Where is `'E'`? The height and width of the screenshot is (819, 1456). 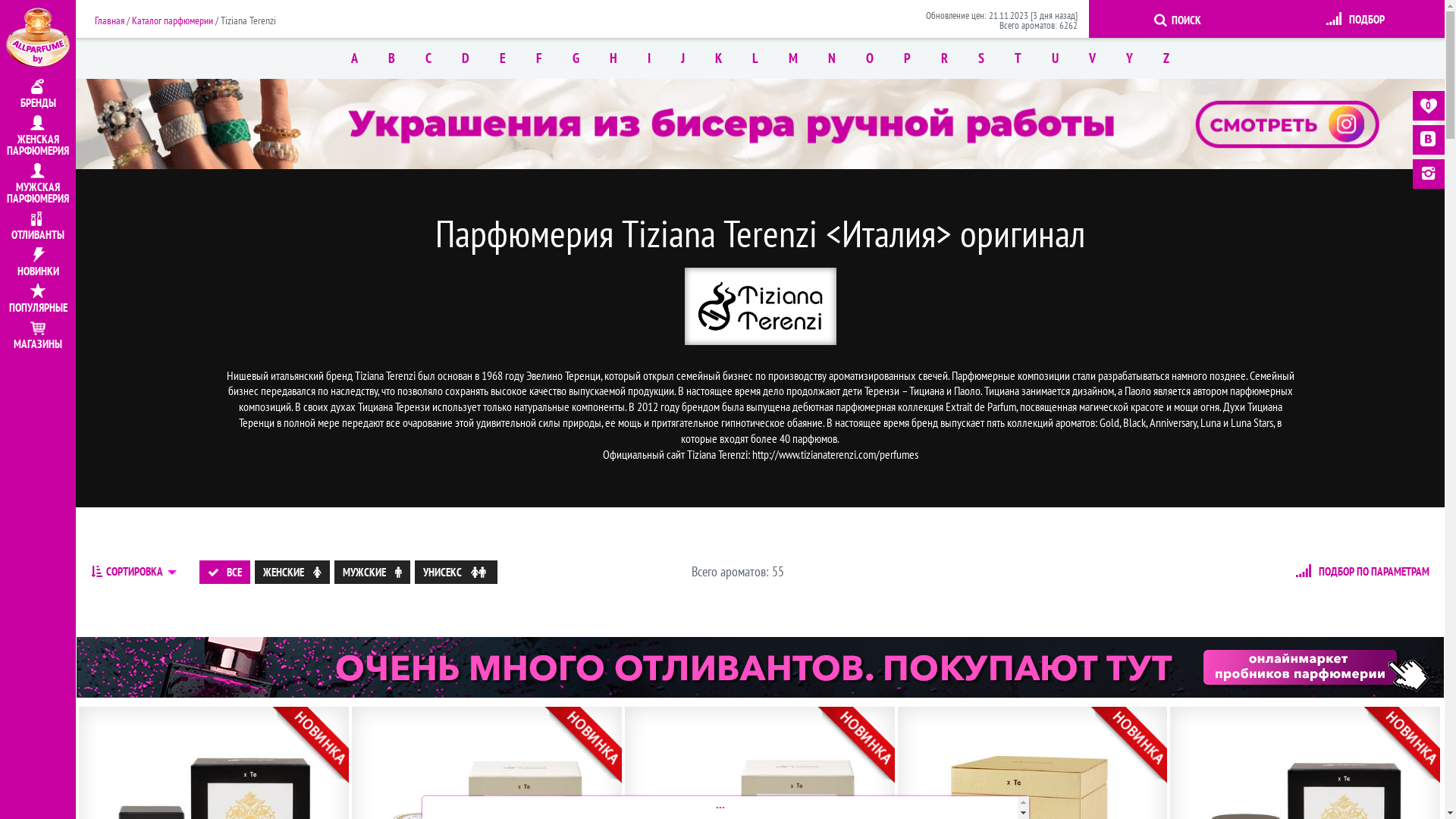 'E' is located at coordinates (502, 58).